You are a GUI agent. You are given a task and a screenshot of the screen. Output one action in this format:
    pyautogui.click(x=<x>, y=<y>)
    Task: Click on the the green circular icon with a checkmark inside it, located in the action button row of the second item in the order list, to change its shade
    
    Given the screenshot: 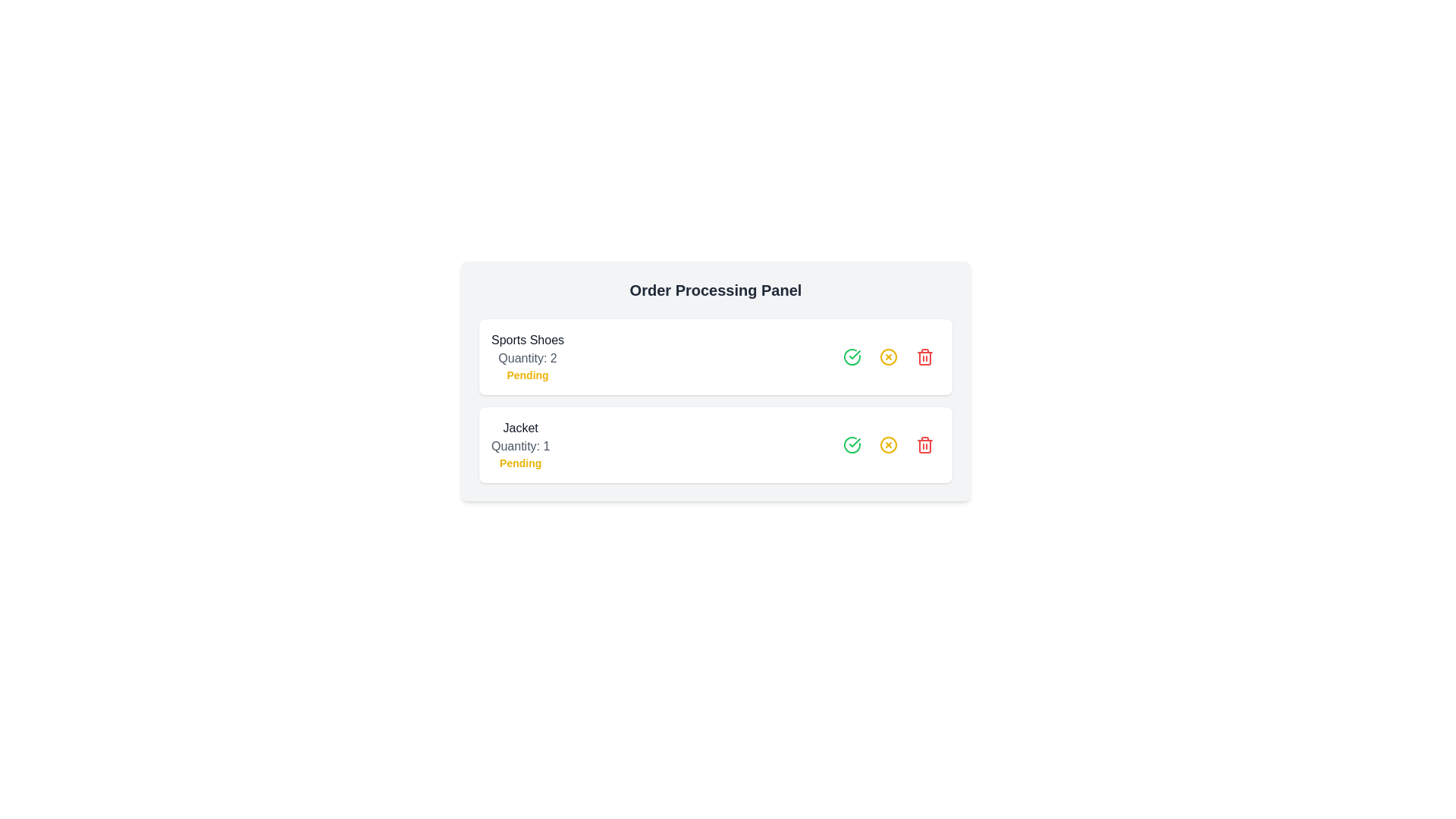 What is the action you would take?
    pyautogui.click(x=852, y=444)
    